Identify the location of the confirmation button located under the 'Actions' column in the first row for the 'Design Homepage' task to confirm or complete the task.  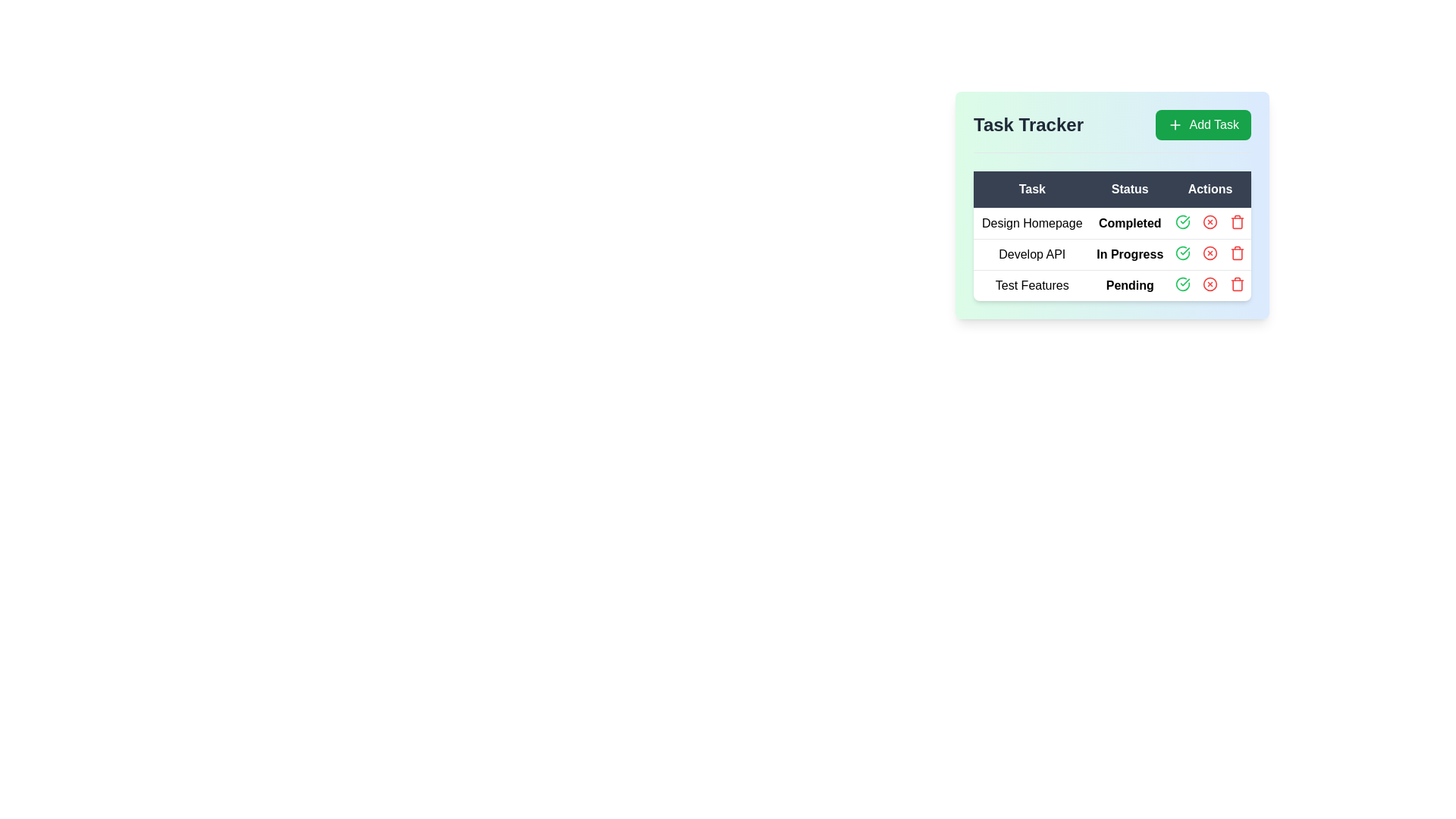
(1182, 222).